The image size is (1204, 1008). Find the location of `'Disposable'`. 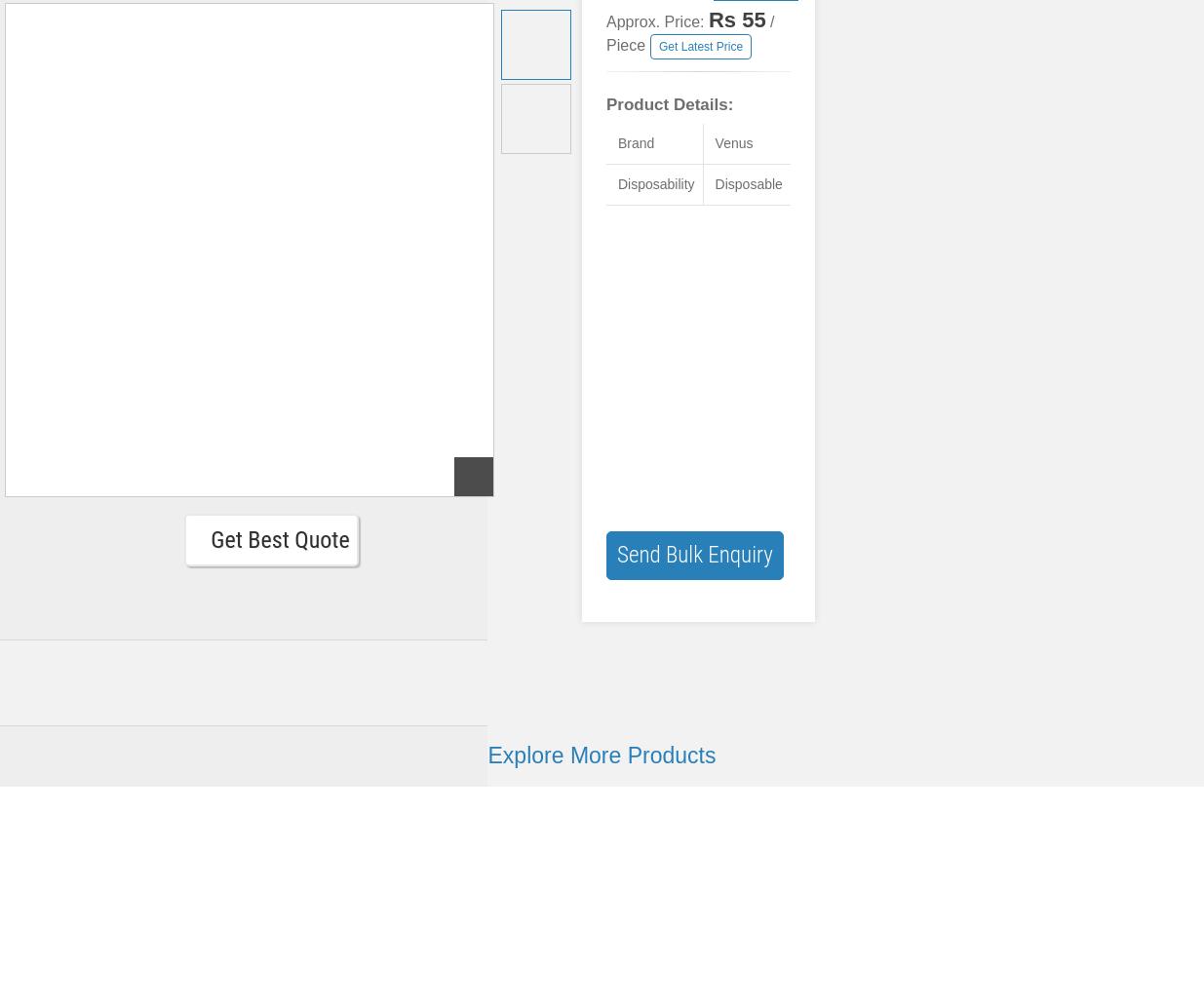

'Disposable' is located at coordinates (714, 184).